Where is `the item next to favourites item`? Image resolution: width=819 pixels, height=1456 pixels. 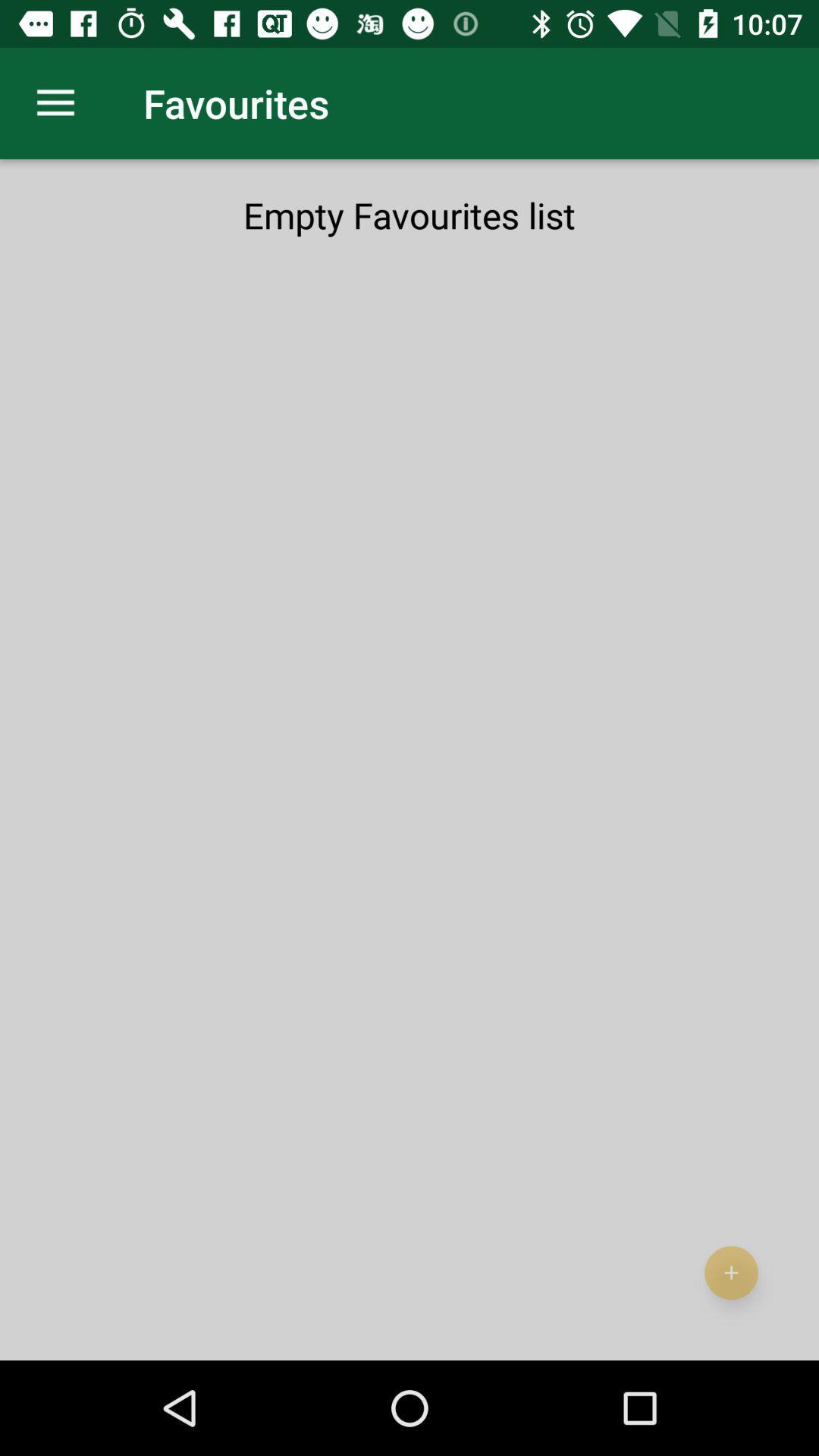 the item next to favourites item is located at coordinates (55, 102).